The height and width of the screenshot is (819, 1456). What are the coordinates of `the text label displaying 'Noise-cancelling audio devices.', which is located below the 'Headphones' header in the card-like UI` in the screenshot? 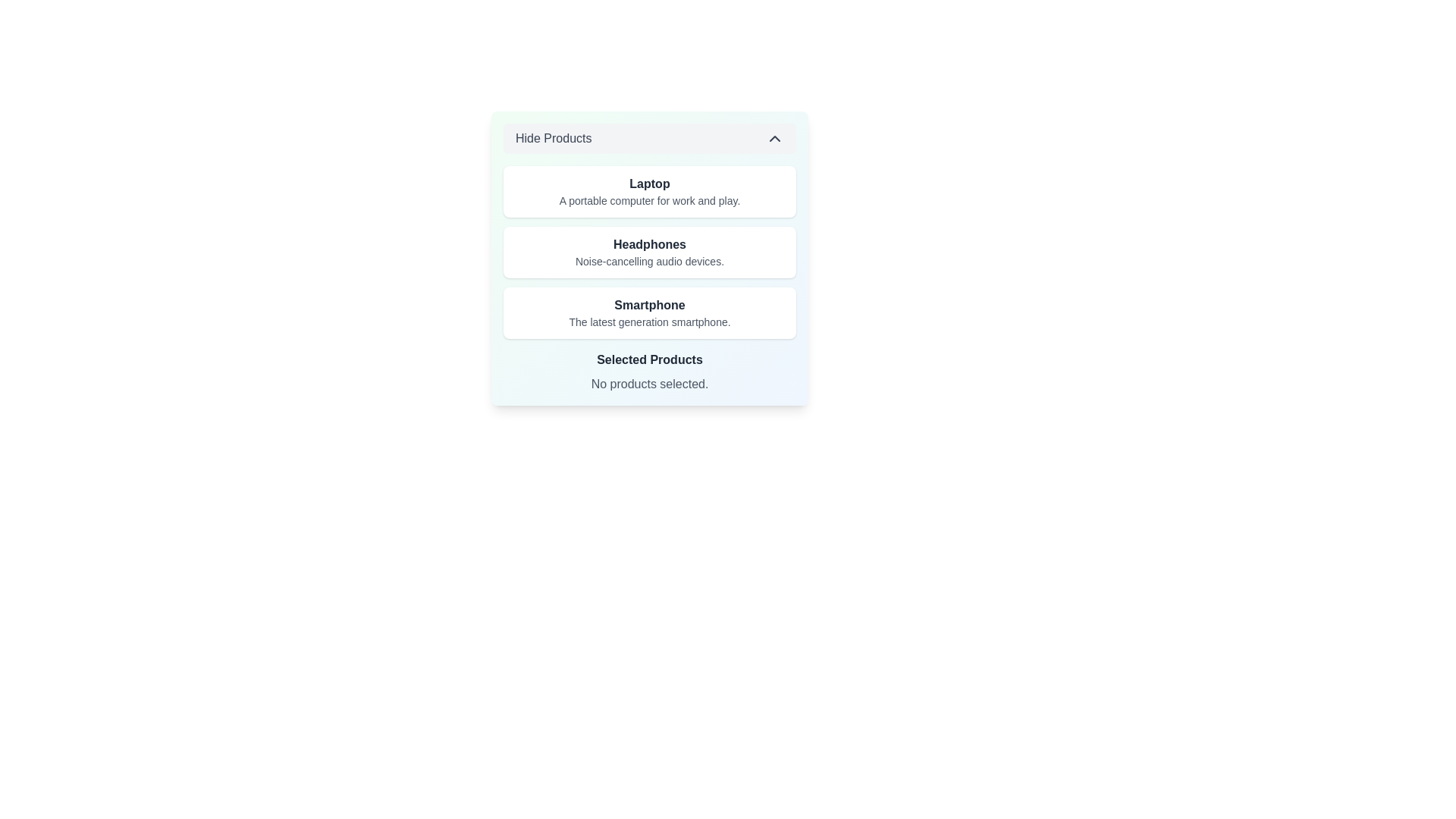 It's located at (650, 260).